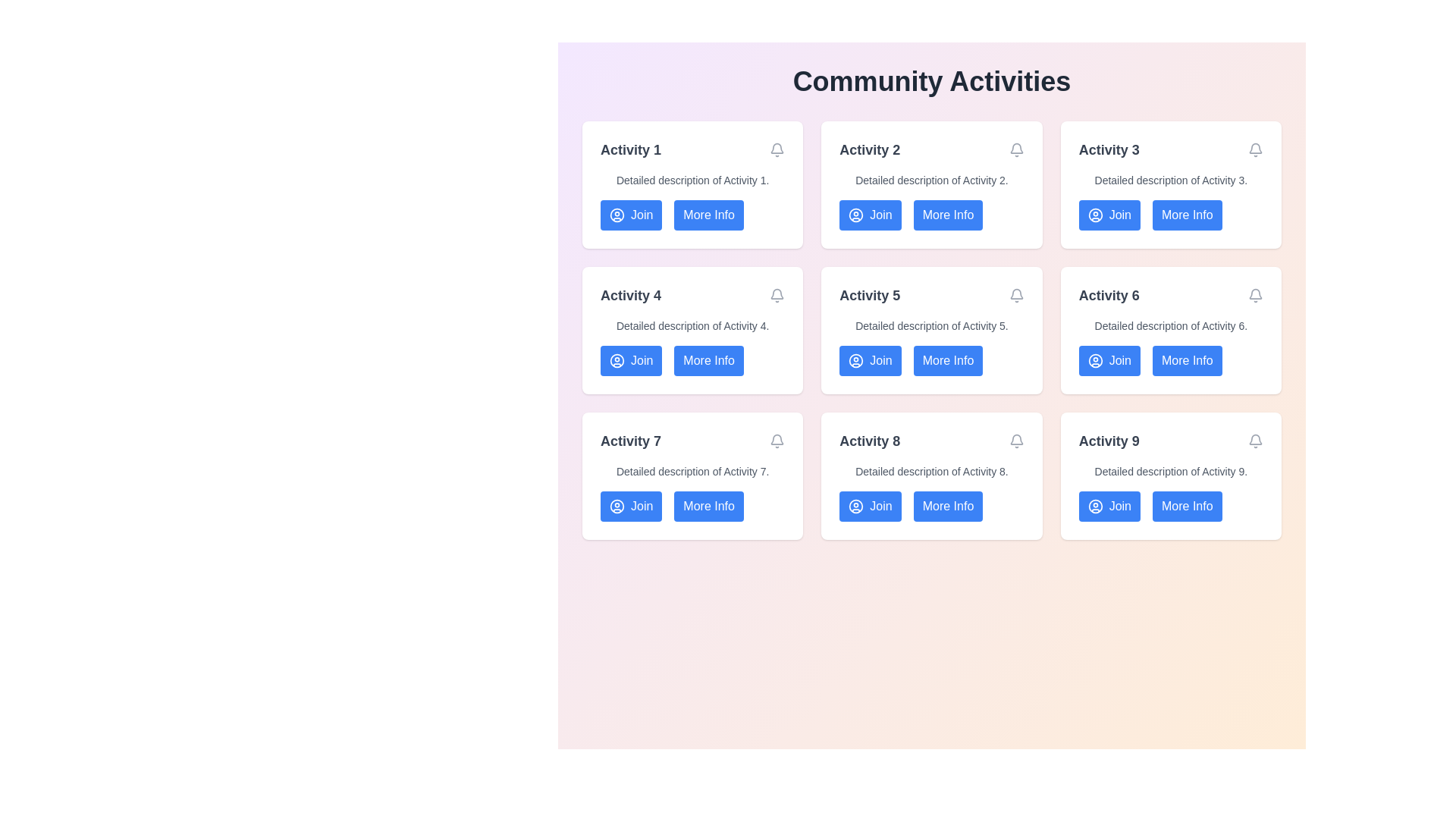  What do you see at coordinates (947, 506) in the screenshot?
I see `the second button under the section titled 'Activity 8' located in the bottom right cell of a 3x3 grid of activity cards` at bounding box center [947, 506].